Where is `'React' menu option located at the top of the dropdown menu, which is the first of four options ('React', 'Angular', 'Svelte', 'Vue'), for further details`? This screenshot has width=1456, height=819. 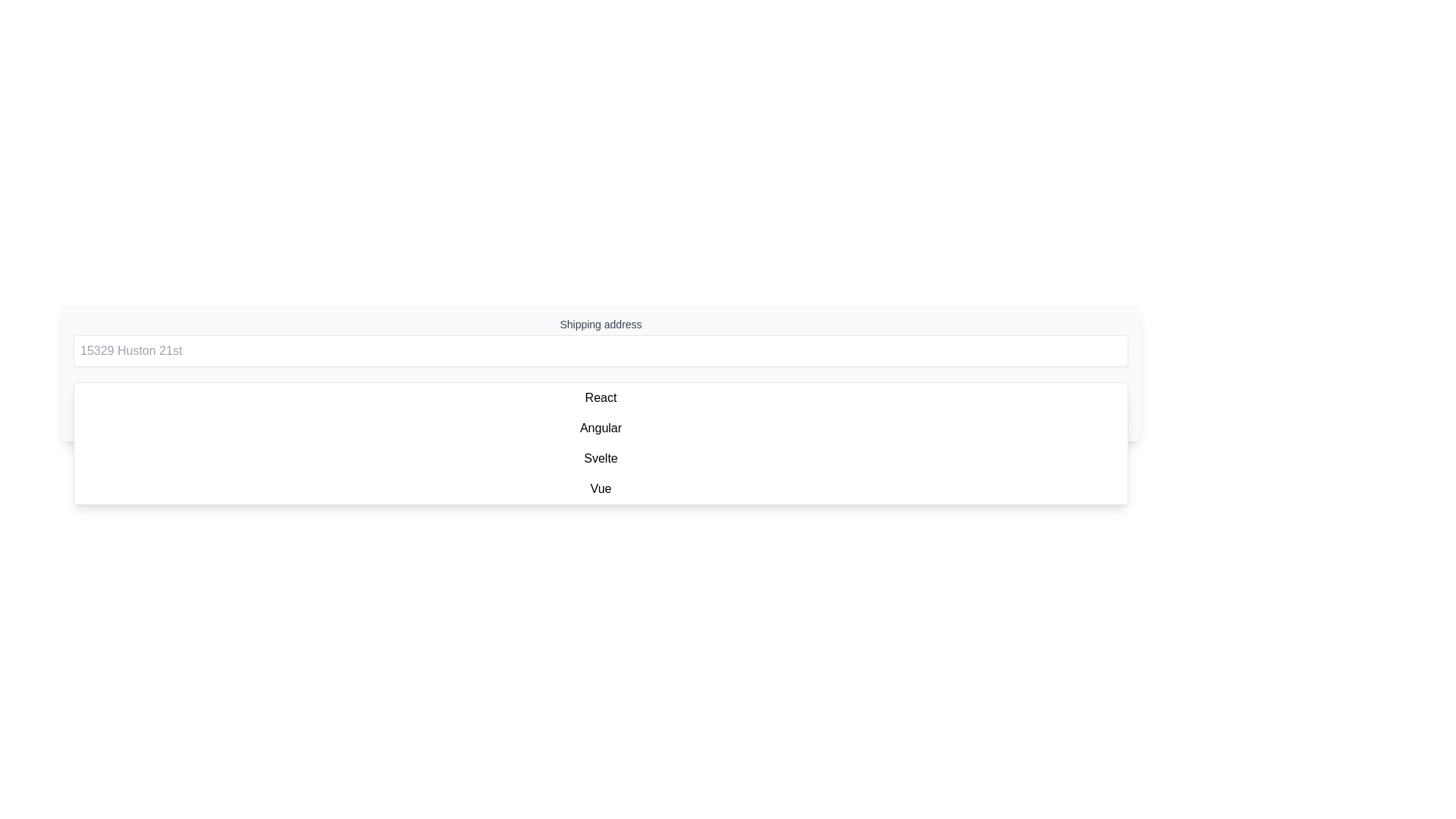 'React' menu option located at the top of the dropdown menu, which is the first of four options ('React', 'Angular', 'Svelte', 'Vue'), for further details is located at coordinates (600, 397).